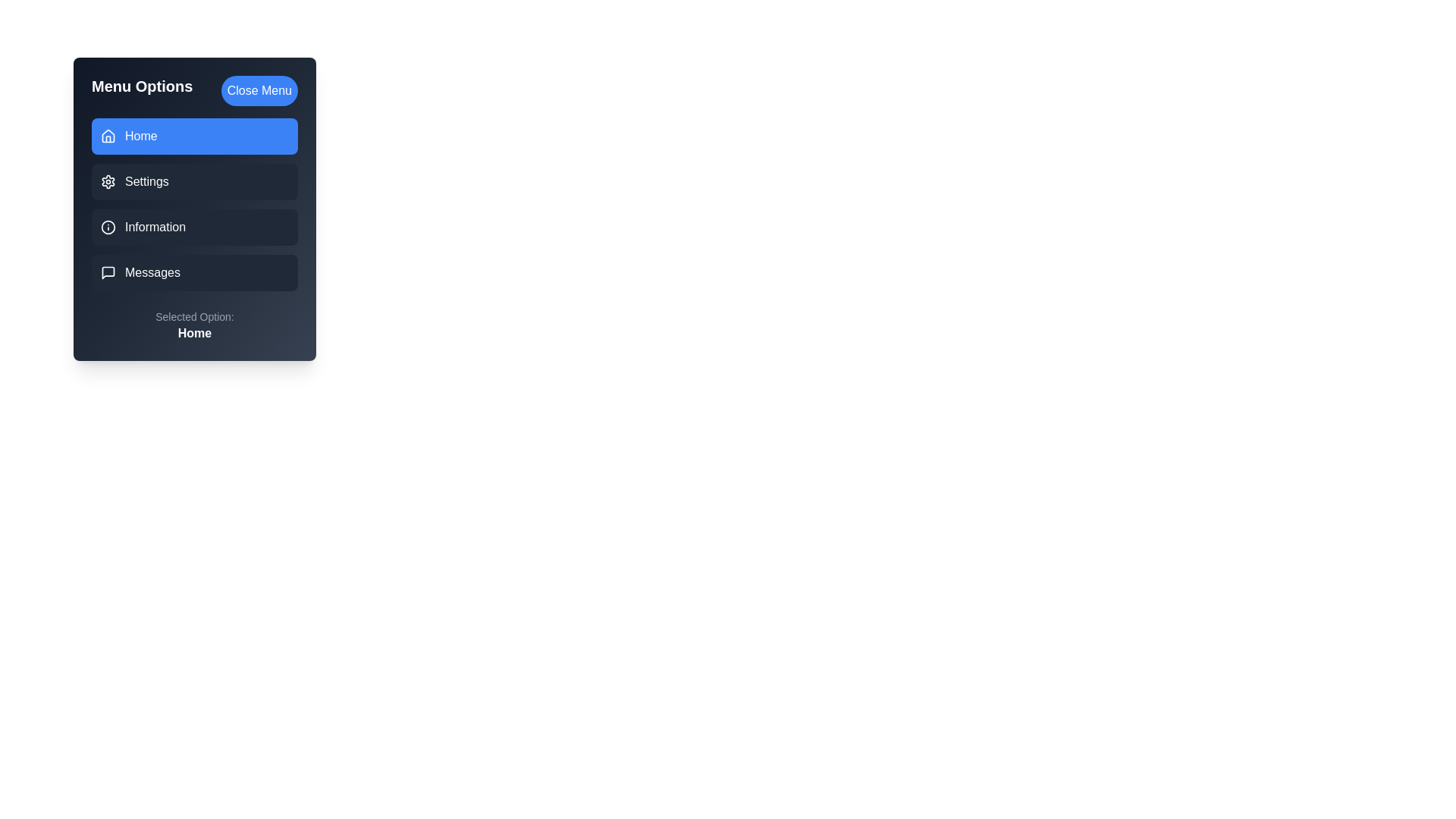 The image size is (1456, 819). I want to click on the chat bubble icon, which is a square speech bubble shape outlined with a white stroke, located to the left of the 'Messages' text in the lower-most menu item of the vertical navigation menu, so click(108, 271).